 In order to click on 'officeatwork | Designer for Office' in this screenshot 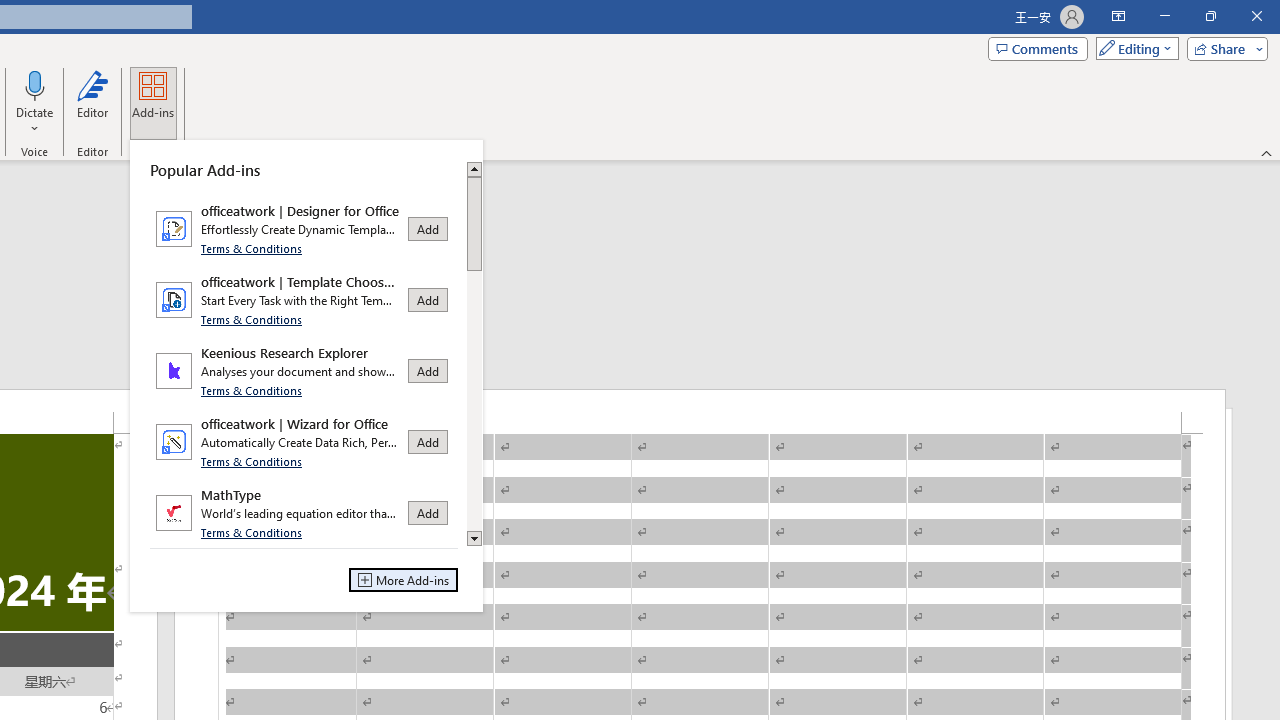, I will do `click(303, 227)`.